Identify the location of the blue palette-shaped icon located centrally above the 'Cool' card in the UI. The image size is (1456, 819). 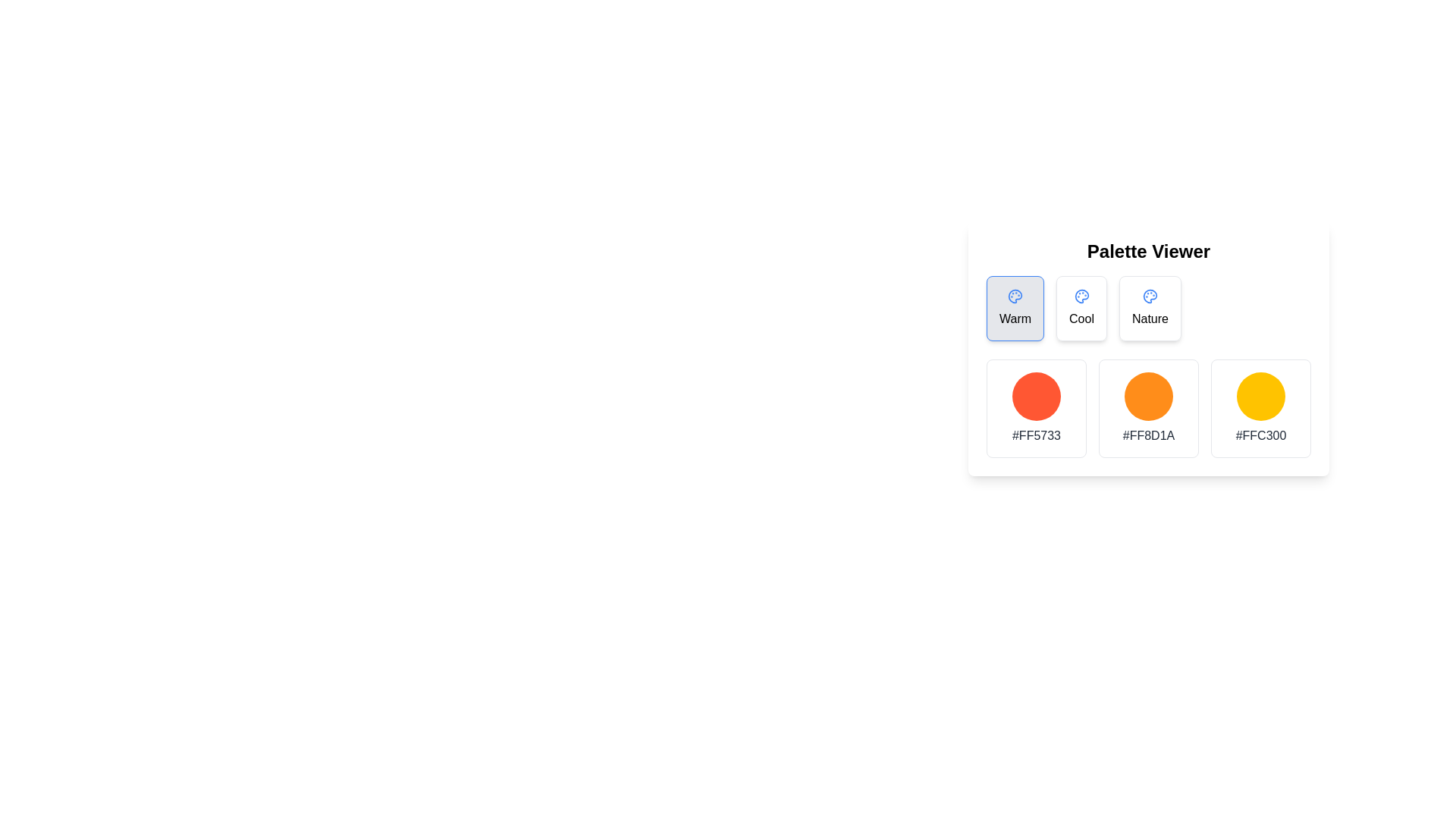
(1081, 296).